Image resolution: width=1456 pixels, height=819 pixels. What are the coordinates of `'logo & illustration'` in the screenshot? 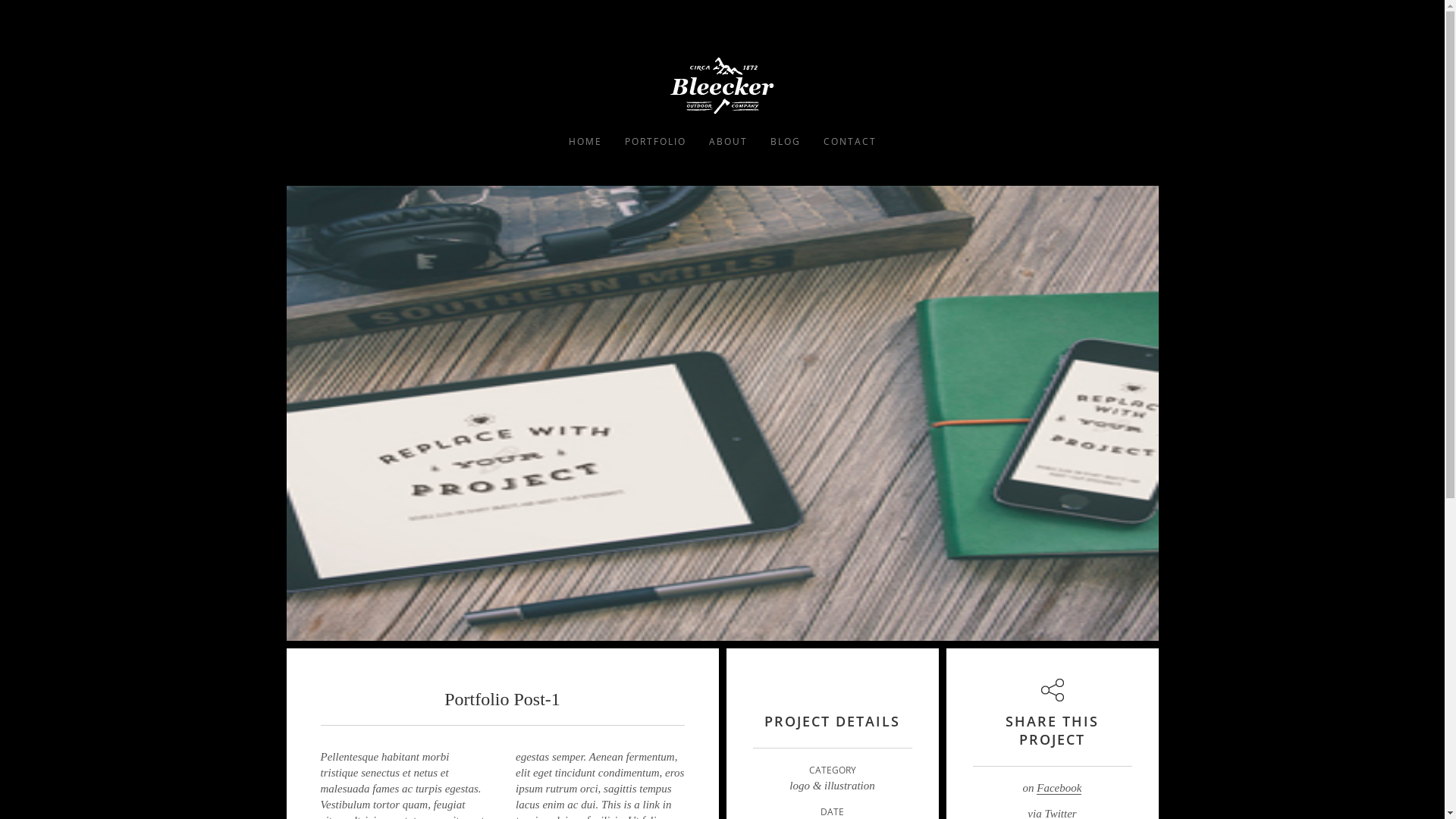 It's located at (831, 785).